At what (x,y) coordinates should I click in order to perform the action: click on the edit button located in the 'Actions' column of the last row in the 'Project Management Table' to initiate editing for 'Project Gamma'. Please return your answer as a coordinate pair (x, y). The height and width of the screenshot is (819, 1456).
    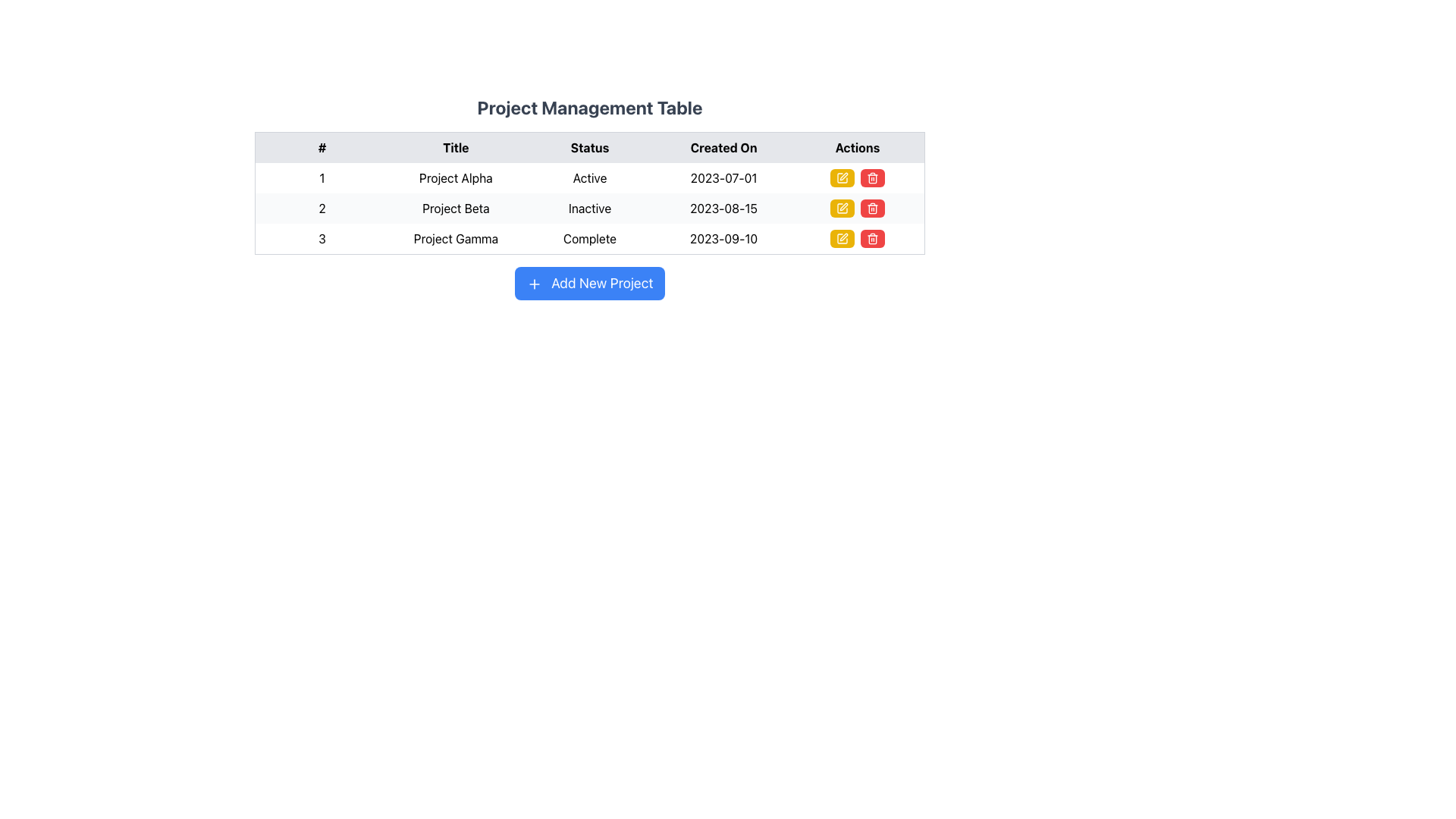
    Looking at the image, I should click on (841, 239).